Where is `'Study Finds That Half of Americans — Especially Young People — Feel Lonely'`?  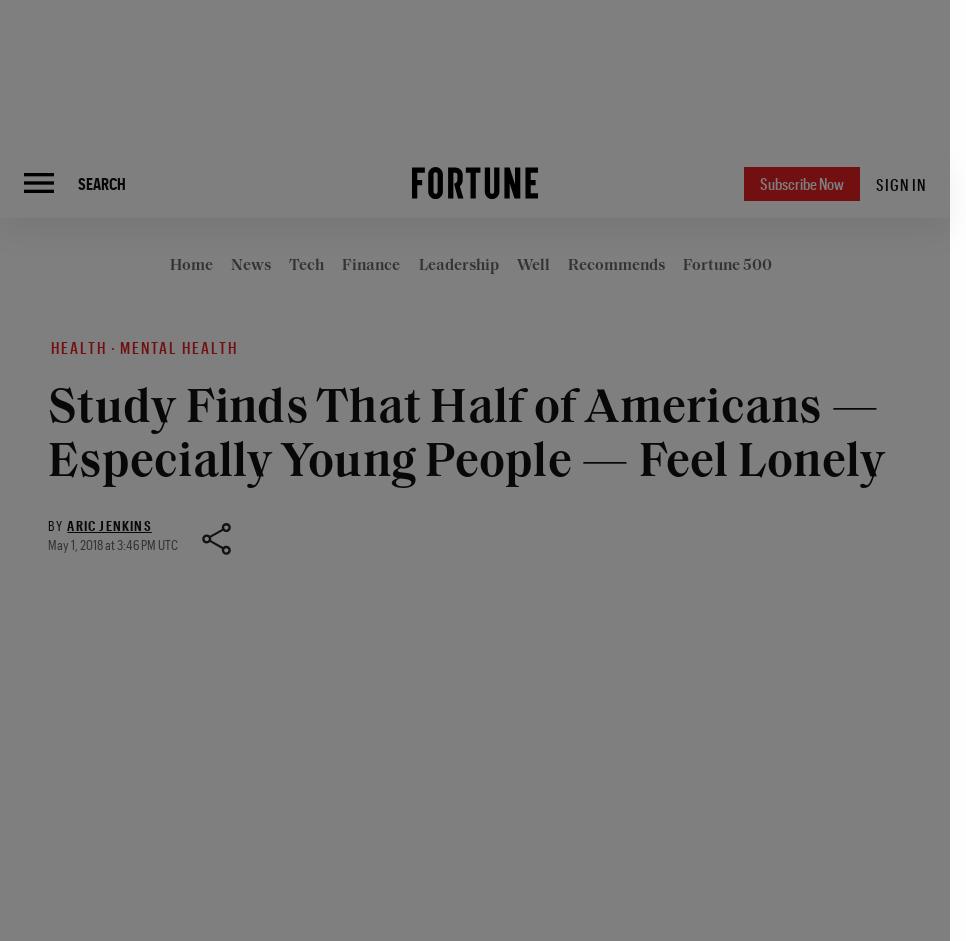 'Study Finds That Half of Americans — Especially Young People — Feel Lonely' is located at coordinates (466, 437).